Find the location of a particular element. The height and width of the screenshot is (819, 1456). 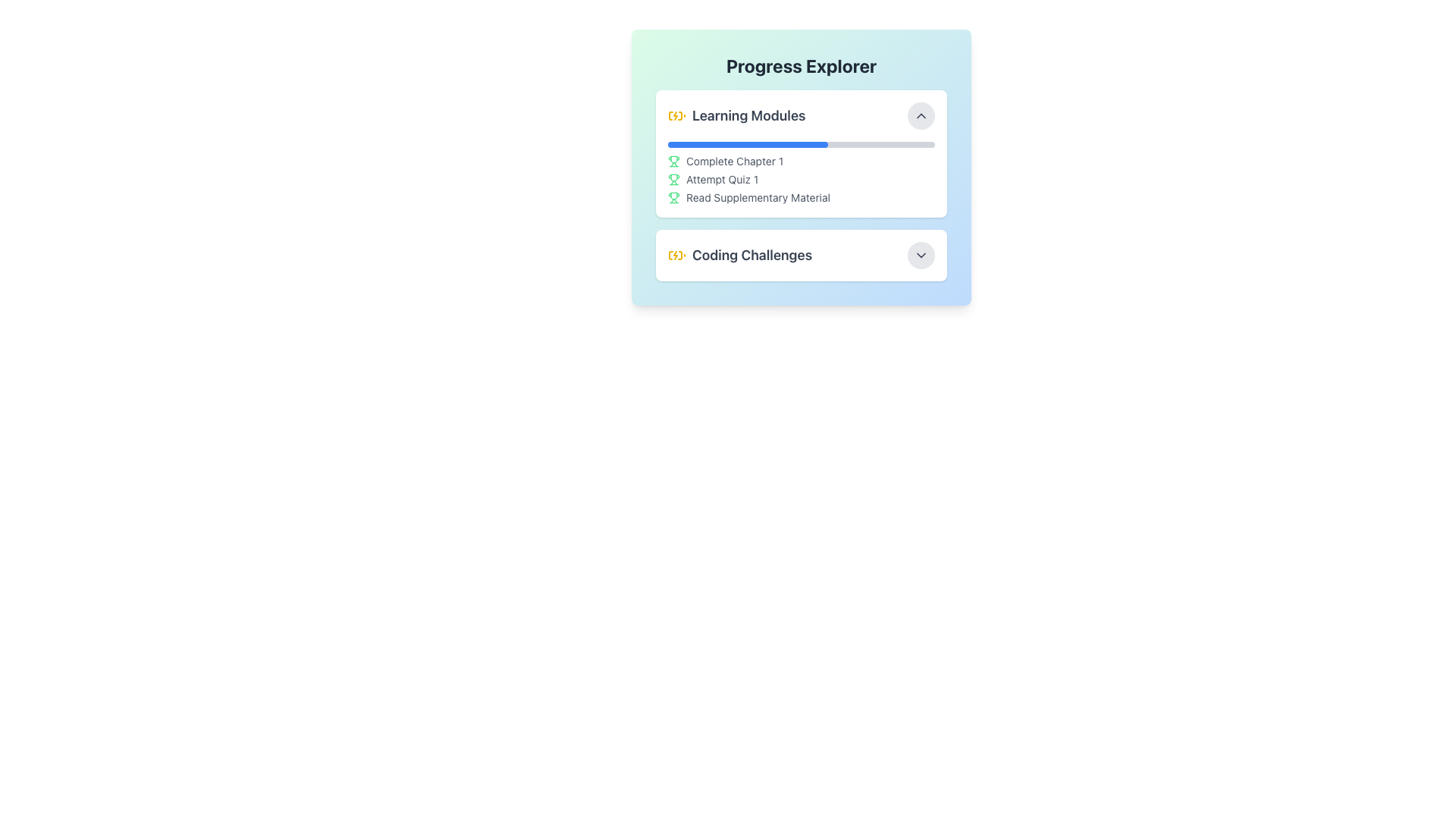

the progress tracking card element located at the center of the interface is located at coordinates (800, 167).